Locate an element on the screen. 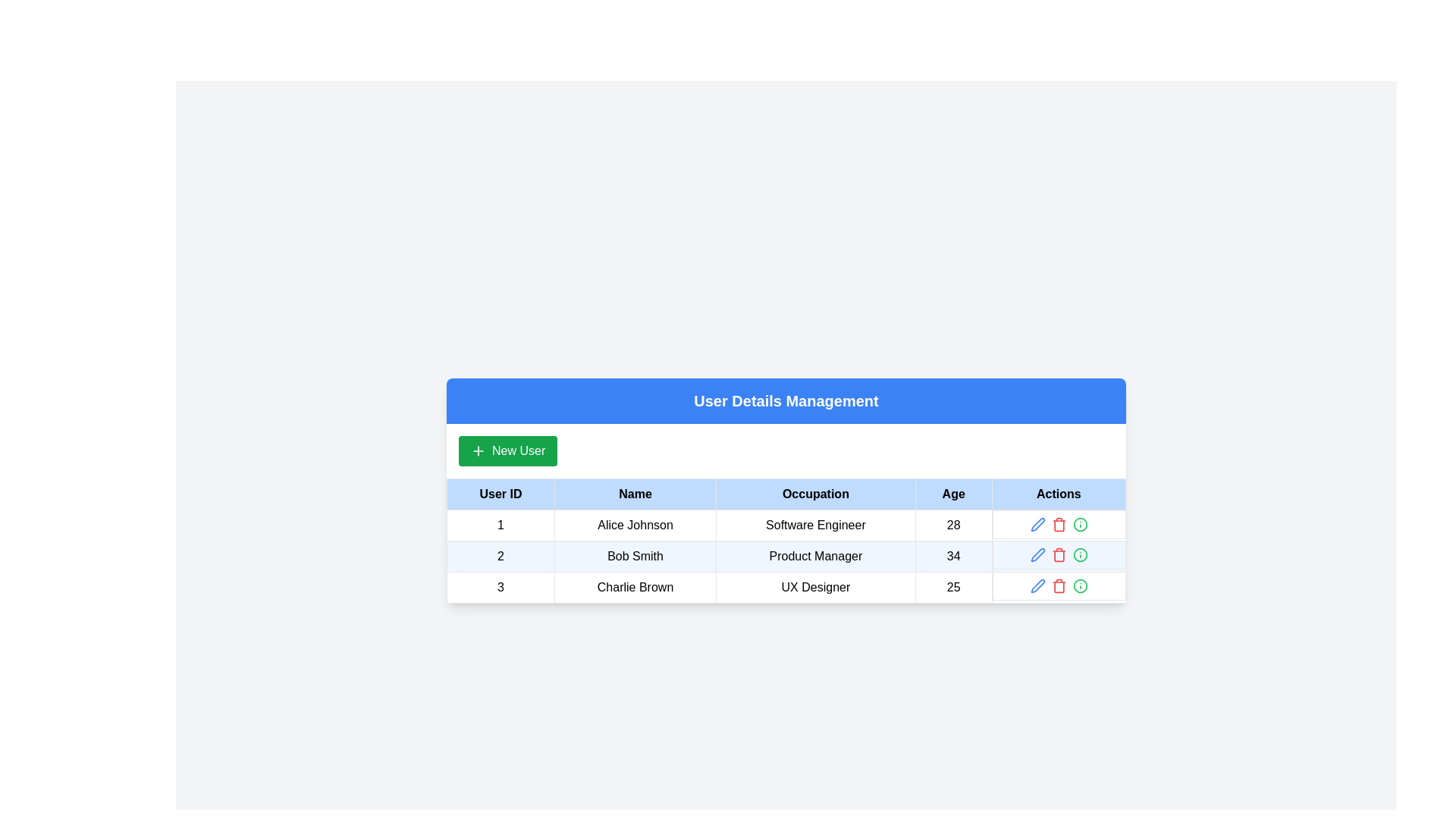  the central circular element of the green-outlined tooltip icon, which is the third button in the 'Actions' column for the 'Product Manager' row is located at coordinates (1079, 555).